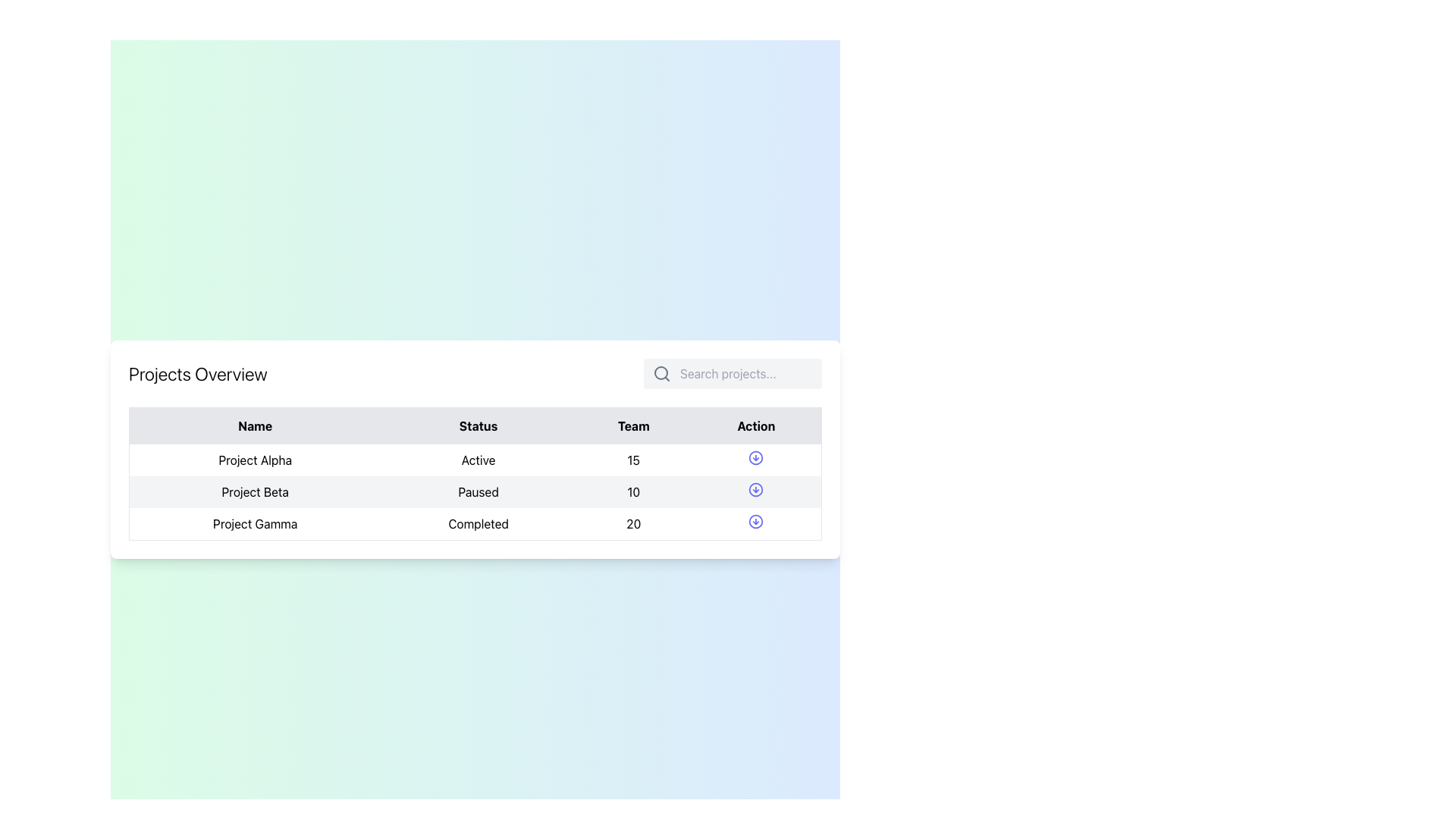  Describe the element at coordinates (756, 523) in the screenshot. I see `the circular button with a blue outline and a downward arrow icon located in the fourth column of the last row under the 'Action' heading` at that location.